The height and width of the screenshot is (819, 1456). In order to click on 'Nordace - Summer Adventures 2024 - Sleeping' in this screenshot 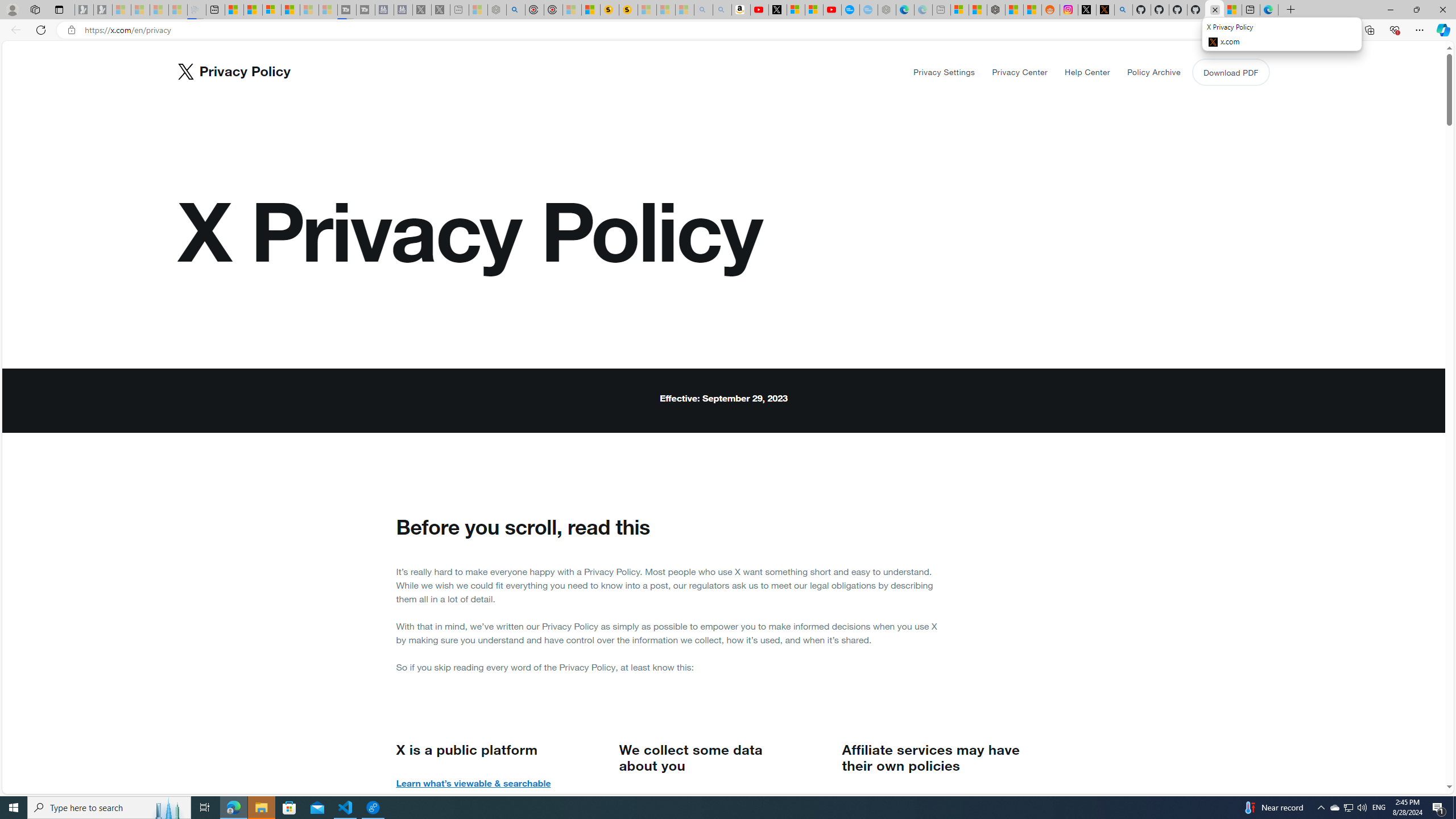, I will do `click(497, 9)`.